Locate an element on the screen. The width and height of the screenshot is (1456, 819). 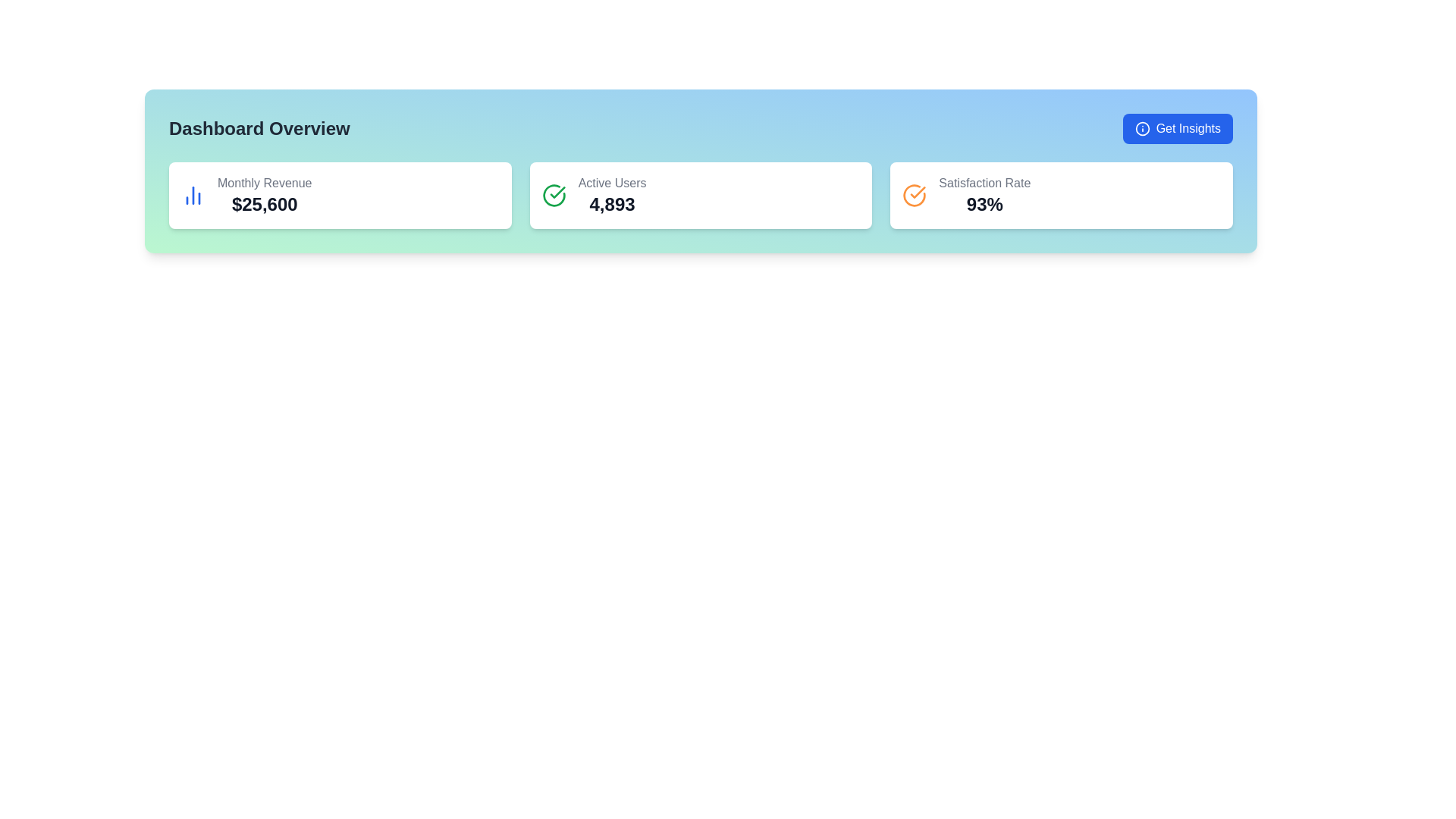
the textual label displaying '4,893' which is styled as large, bold black text within the 'Active Users' card on the dashboard is located at coordinates (612, 205).